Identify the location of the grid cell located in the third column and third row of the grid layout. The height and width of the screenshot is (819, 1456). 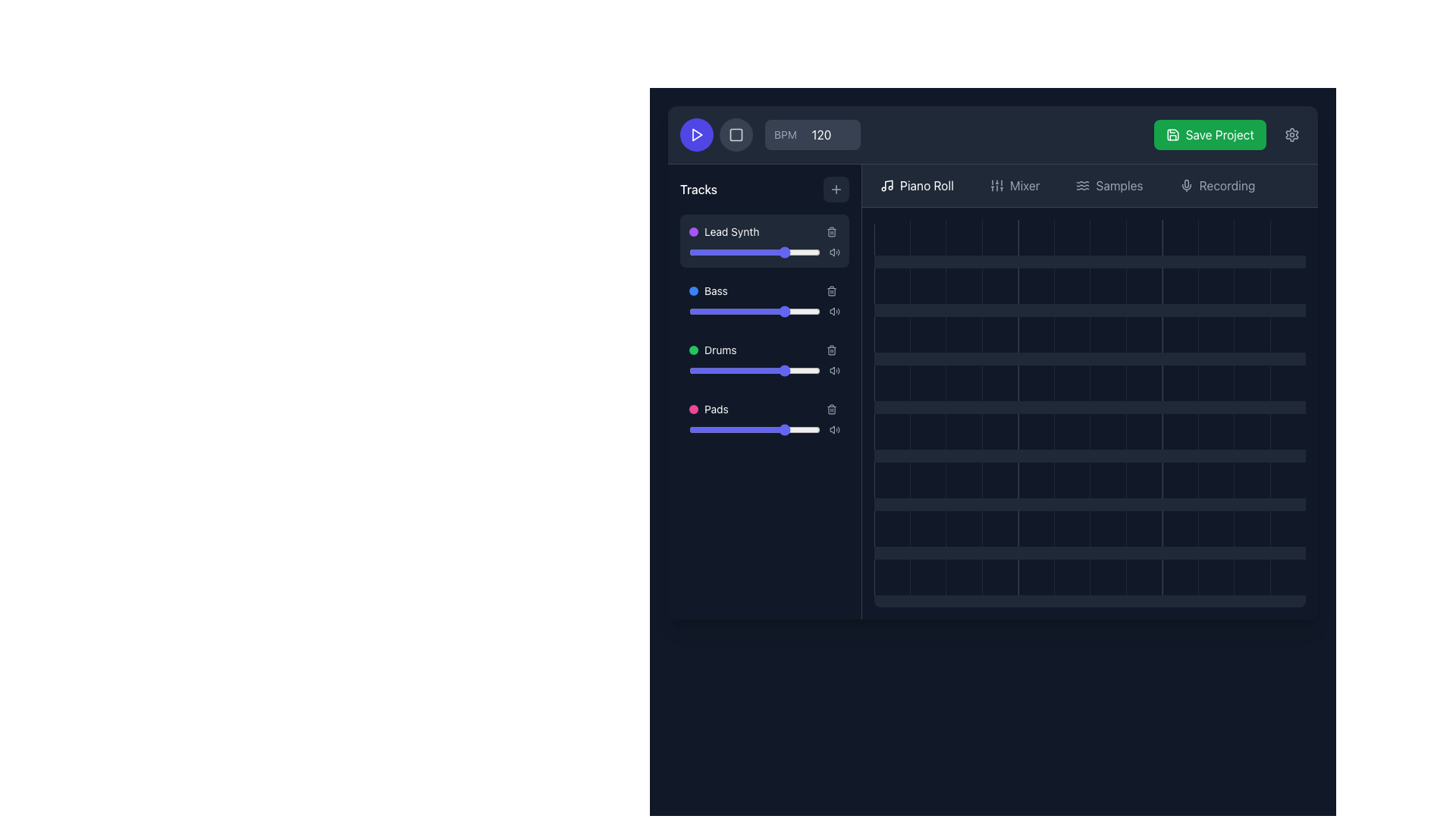
(963, 334).